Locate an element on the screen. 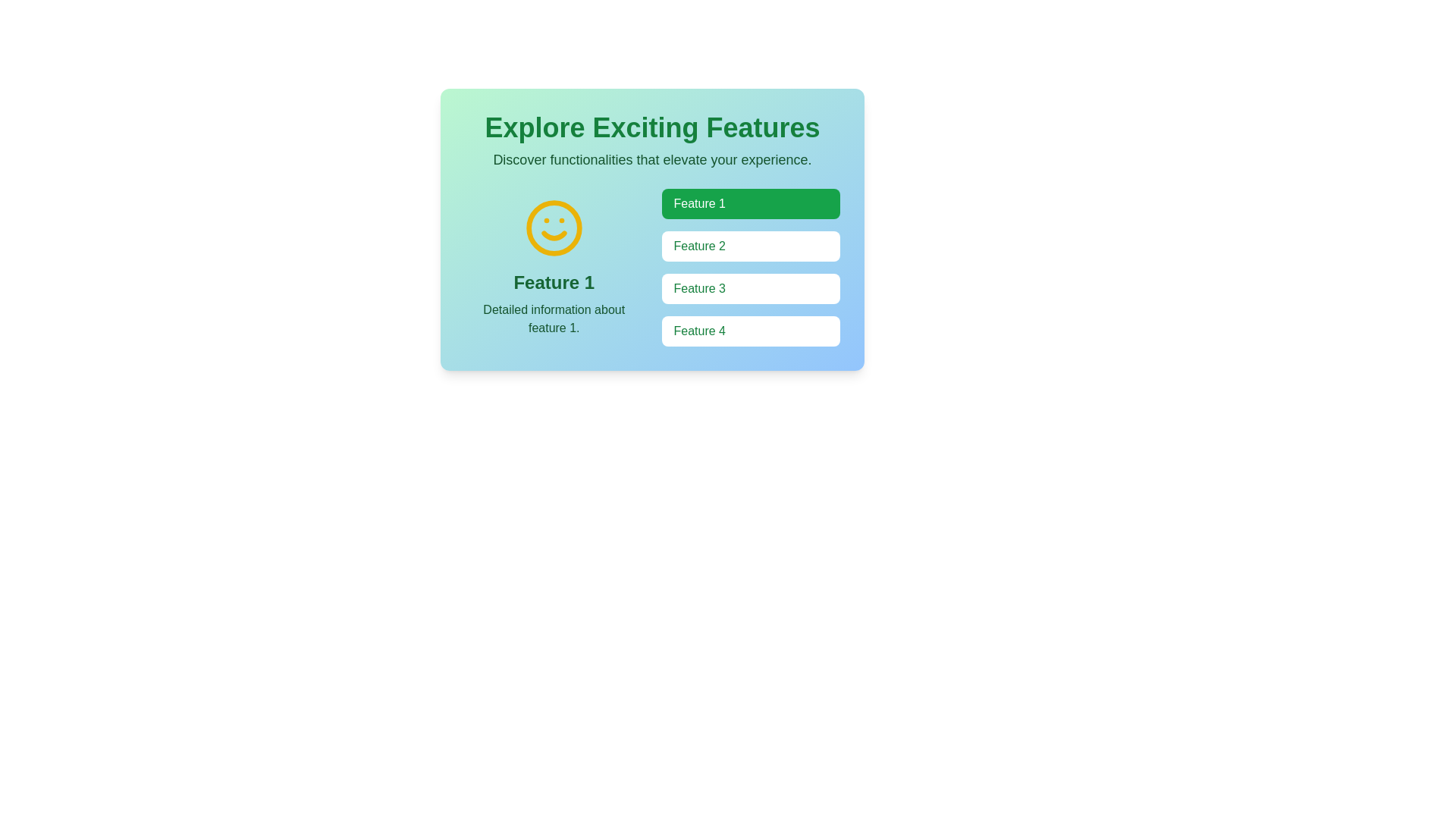 This screenshot has height=819, width=1456. SVG circle element that visually represents a component of a smiley face, positioned centrally within the smiley face icon on the left side of the card layout is located at coordinates (553, 227).